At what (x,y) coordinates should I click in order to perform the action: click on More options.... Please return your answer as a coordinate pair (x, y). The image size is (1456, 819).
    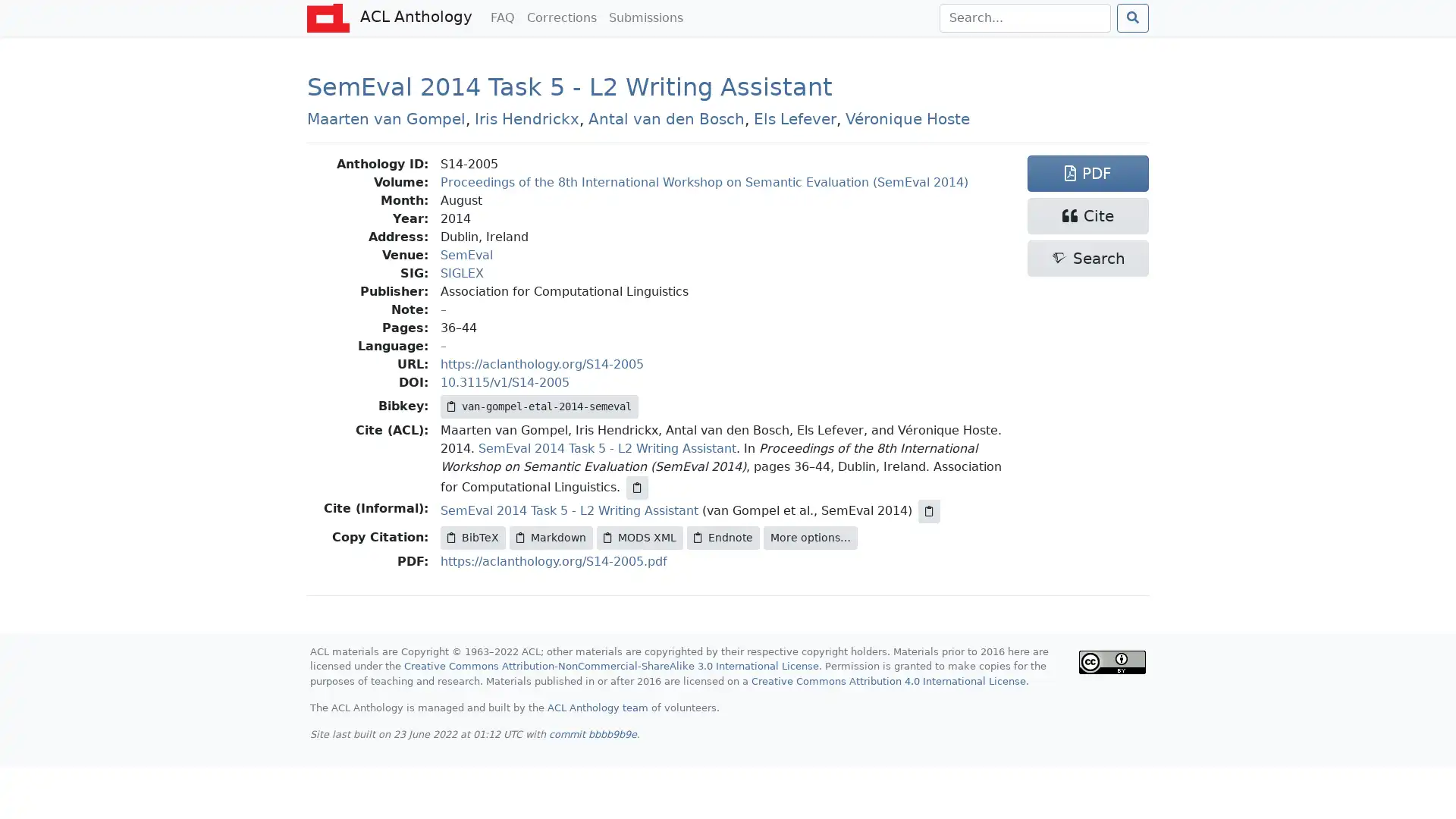
    Looking at the image, I should click on (810, 537).